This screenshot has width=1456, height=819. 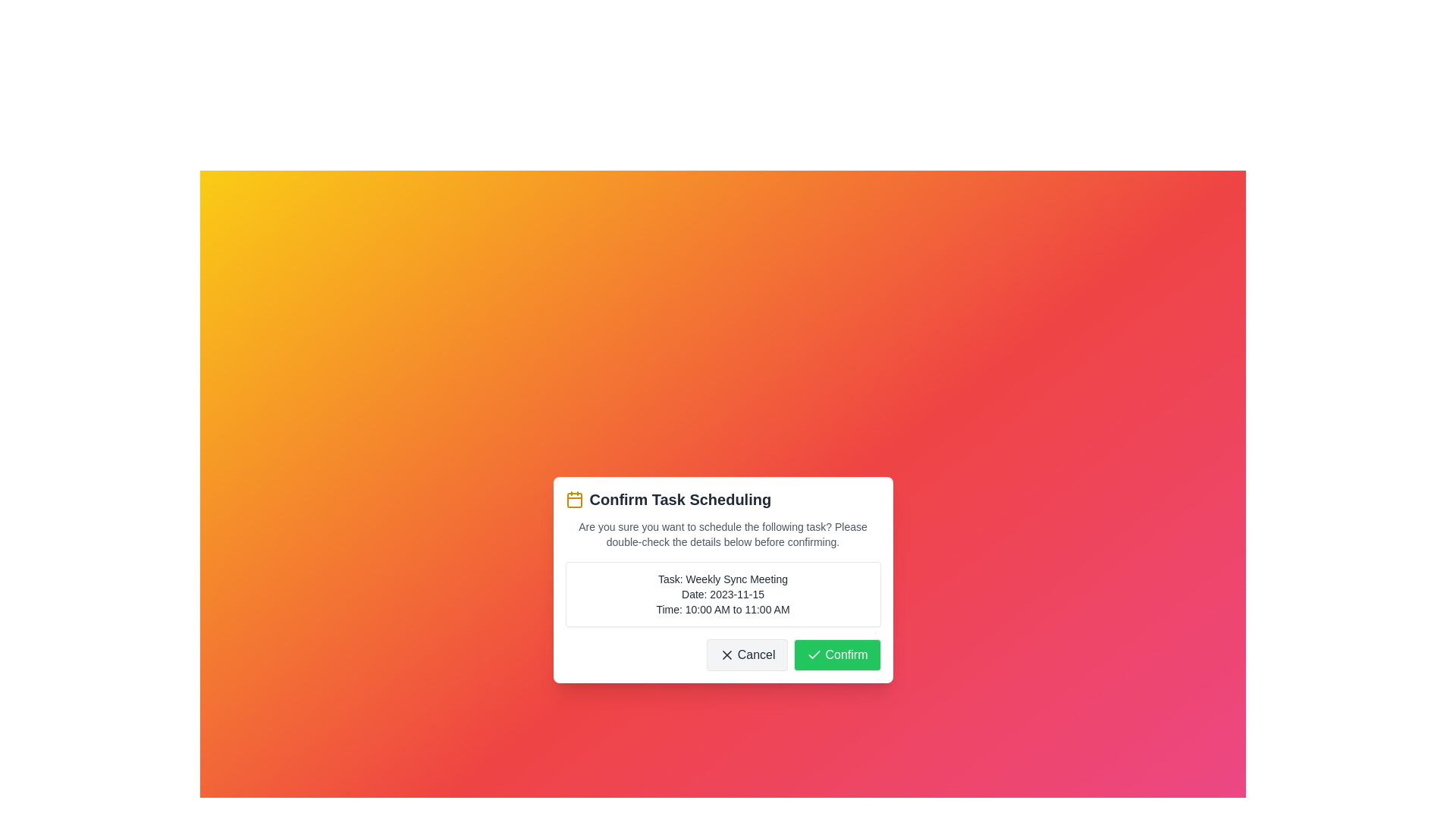 I want to click on the 'X' icon within the 'Cancel' button in the dialog box, so click(x=726, y=654).